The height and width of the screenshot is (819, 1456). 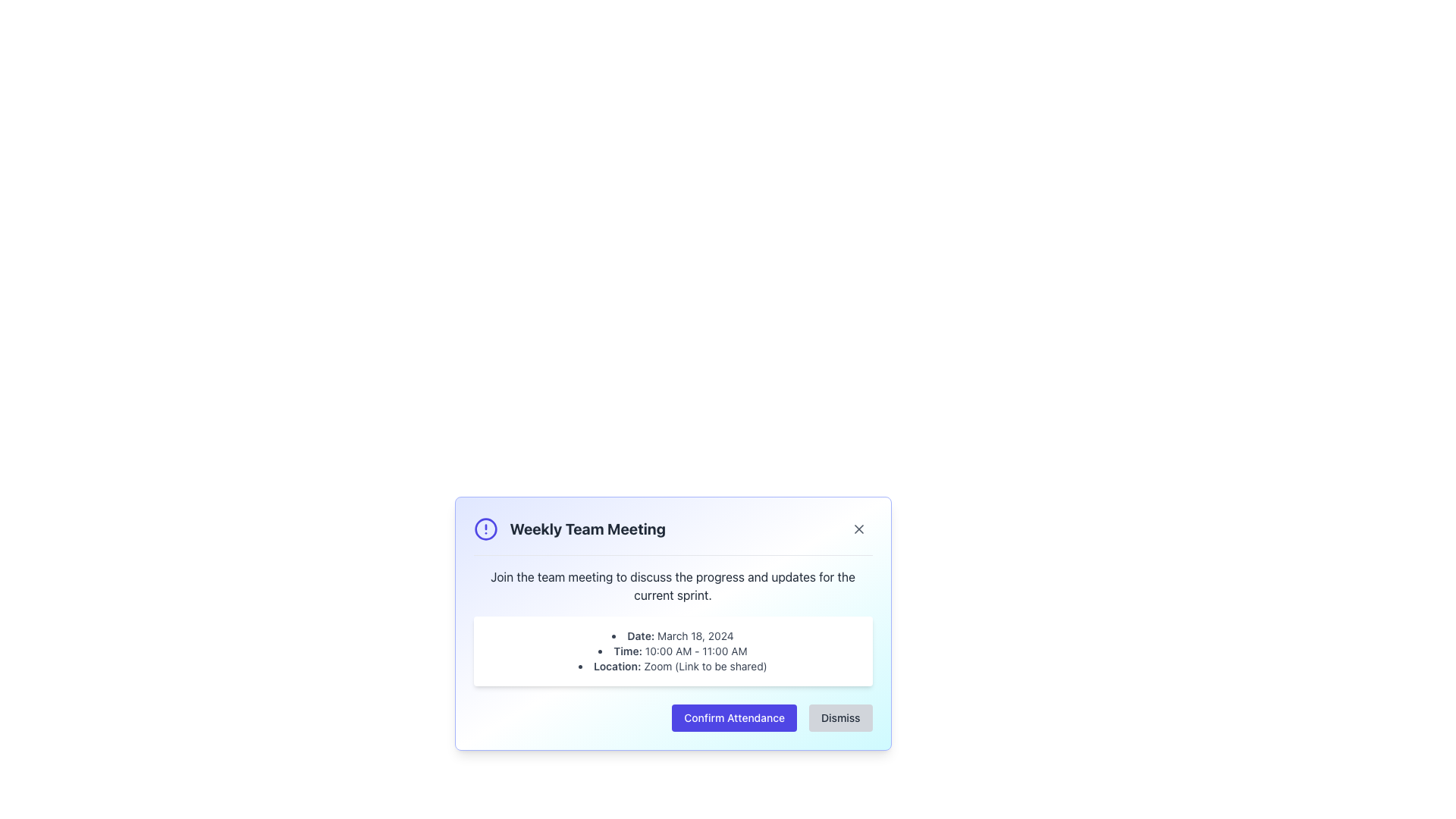 What do you see at coordinates (672, 651) in the screenshot?
I see `the text display that shows 'Time: 10:00 AM - 11:00 AM', which is the second item in a vertical list inside a card, positioned below 'Date: March 18, 2024' and above 'Location: Zoom (Link to be shared)'` at bounding box center [672, 651].